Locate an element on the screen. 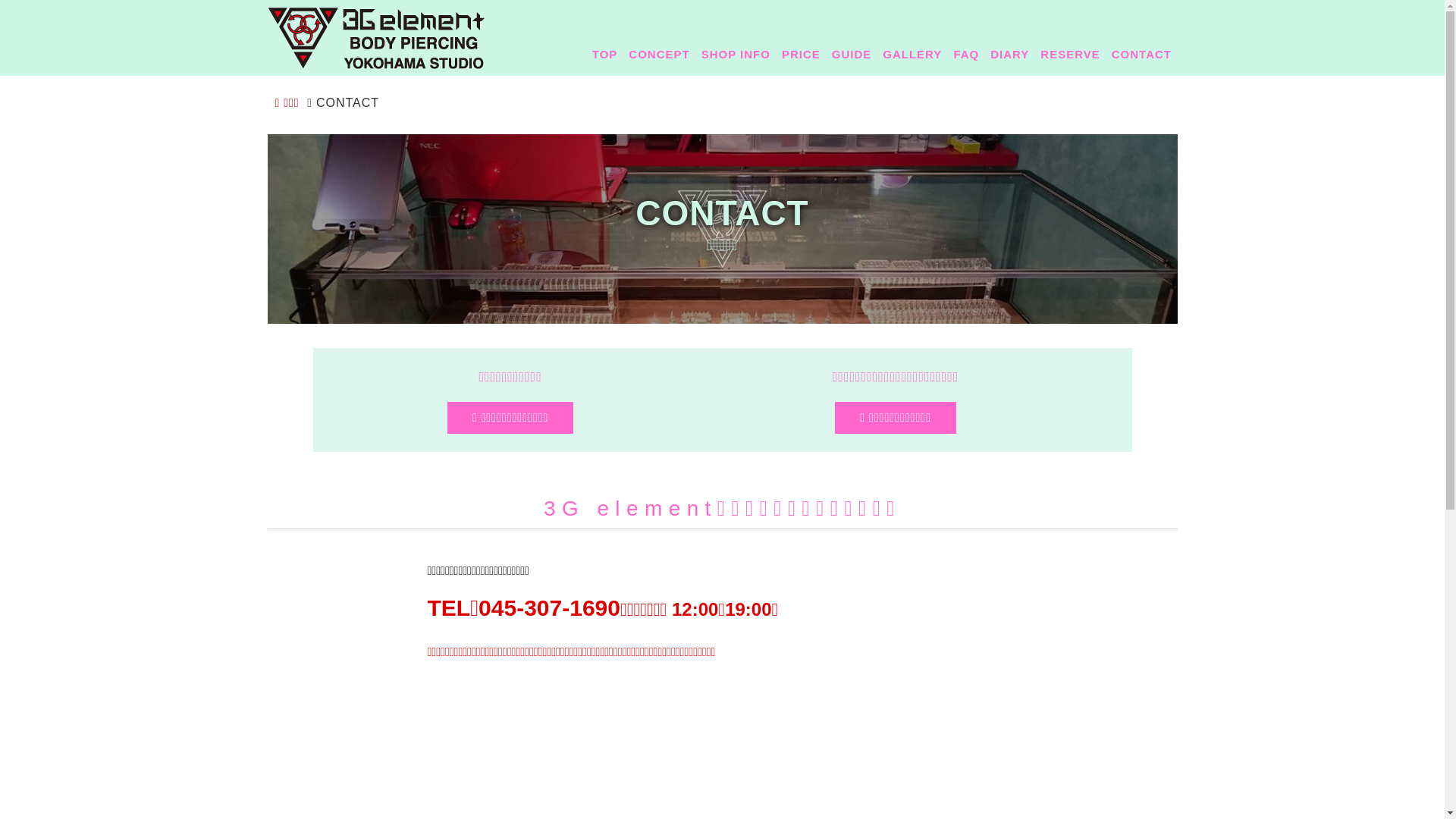  'RESERVE' is located at coordinates (1069, 52).